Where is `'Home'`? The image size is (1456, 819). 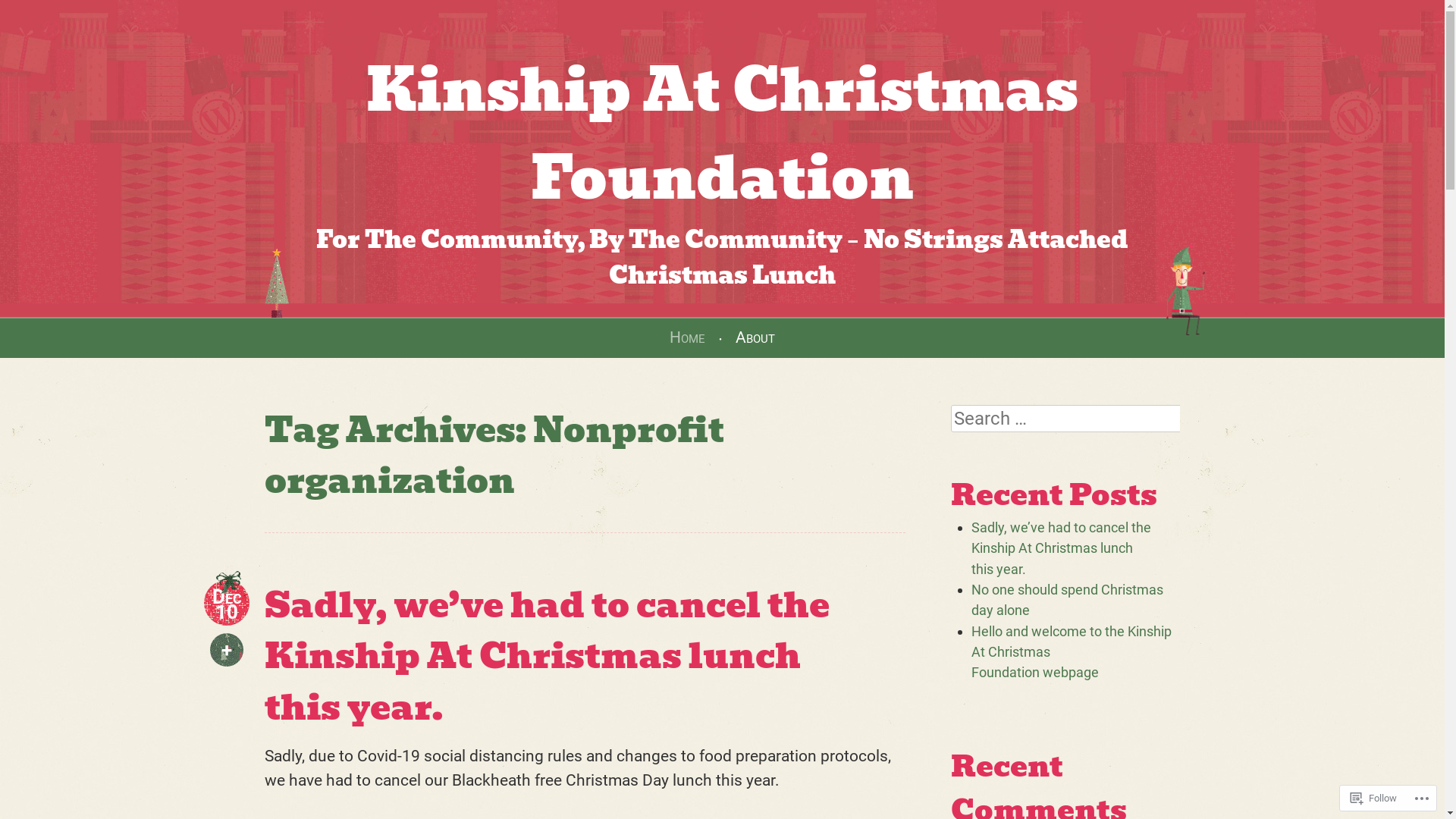 'Home' is located at coordinates (686, 336).